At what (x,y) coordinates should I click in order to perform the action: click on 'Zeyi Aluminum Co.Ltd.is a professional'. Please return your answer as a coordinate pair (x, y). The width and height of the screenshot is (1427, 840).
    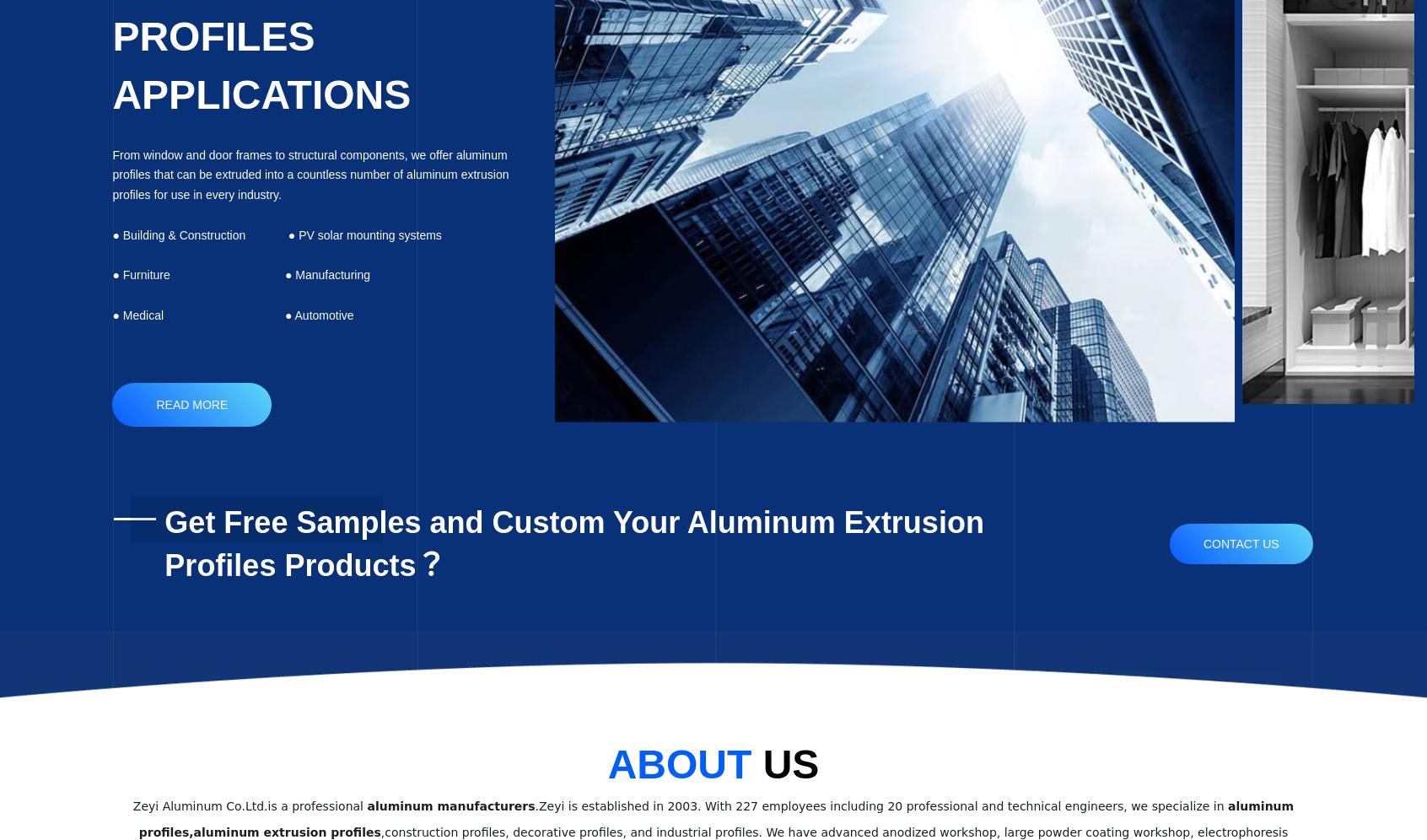
    Looking at the image, I should click on (248, 805).